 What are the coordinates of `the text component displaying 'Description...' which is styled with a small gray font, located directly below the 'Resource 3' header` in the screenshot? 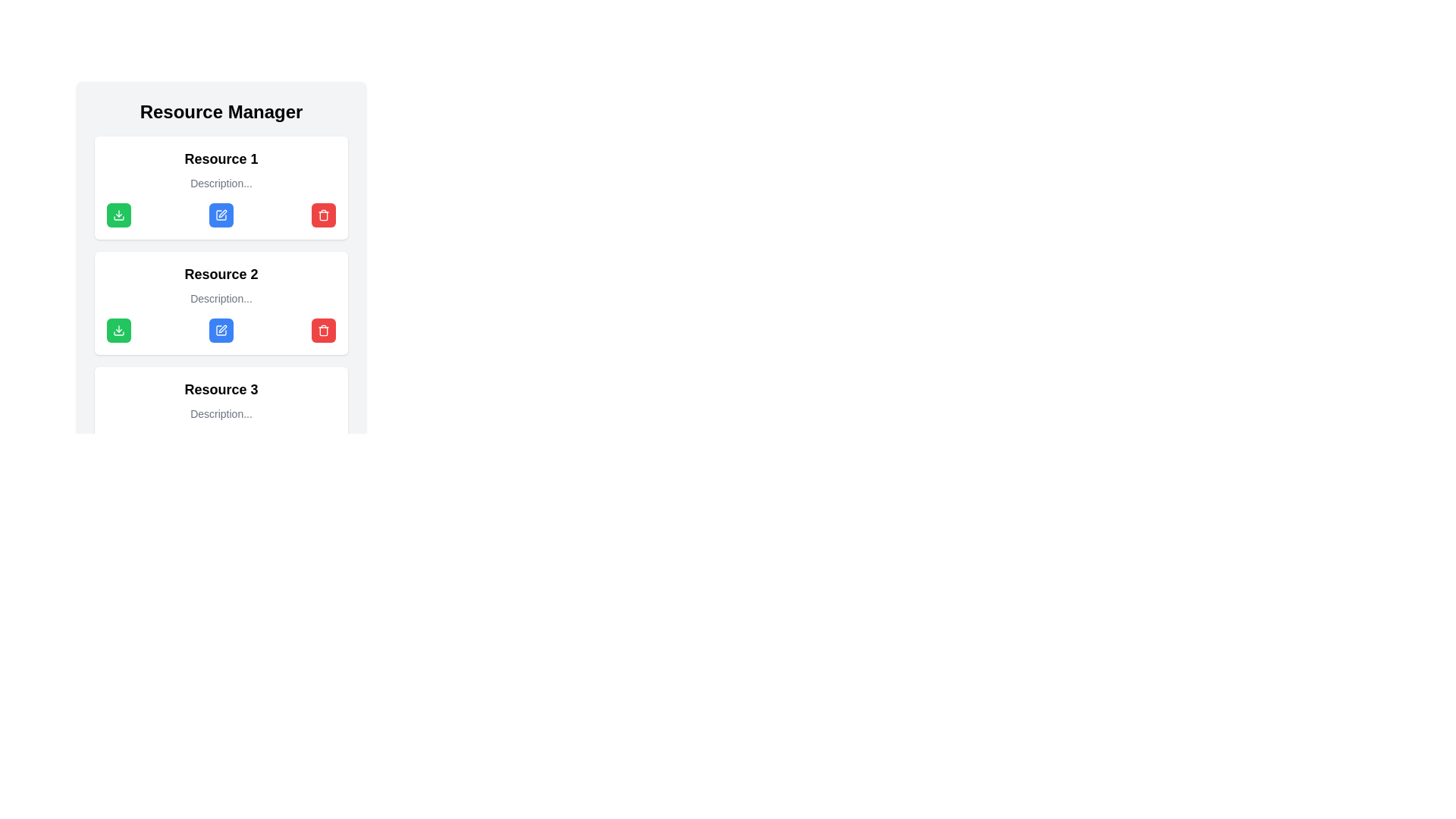 It's located at (221, 414).